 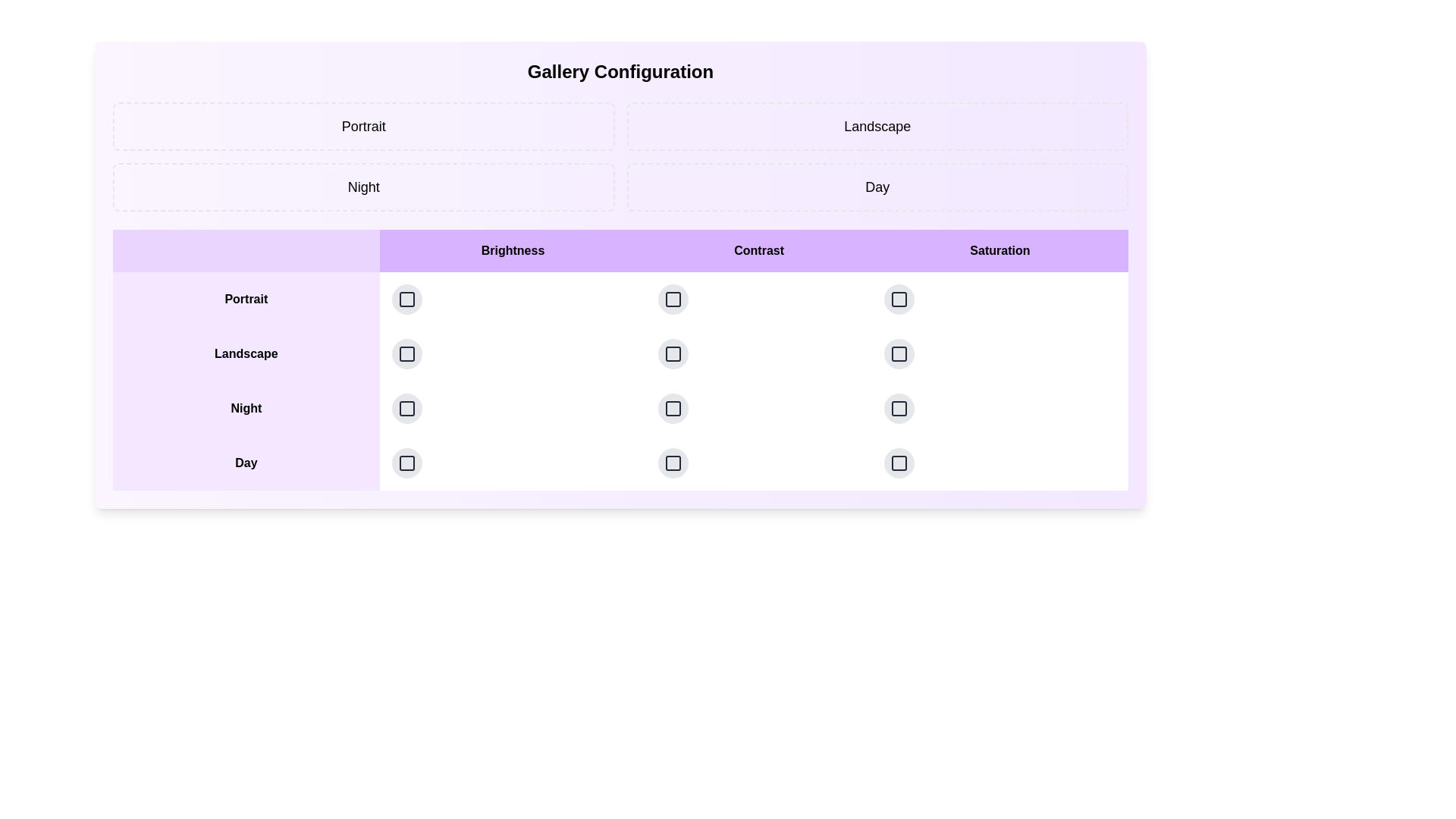 I want to click on the third checkbox in the 'Contrast' column, located in the bottom row labeled 'Day', so click(x=673, y=462).